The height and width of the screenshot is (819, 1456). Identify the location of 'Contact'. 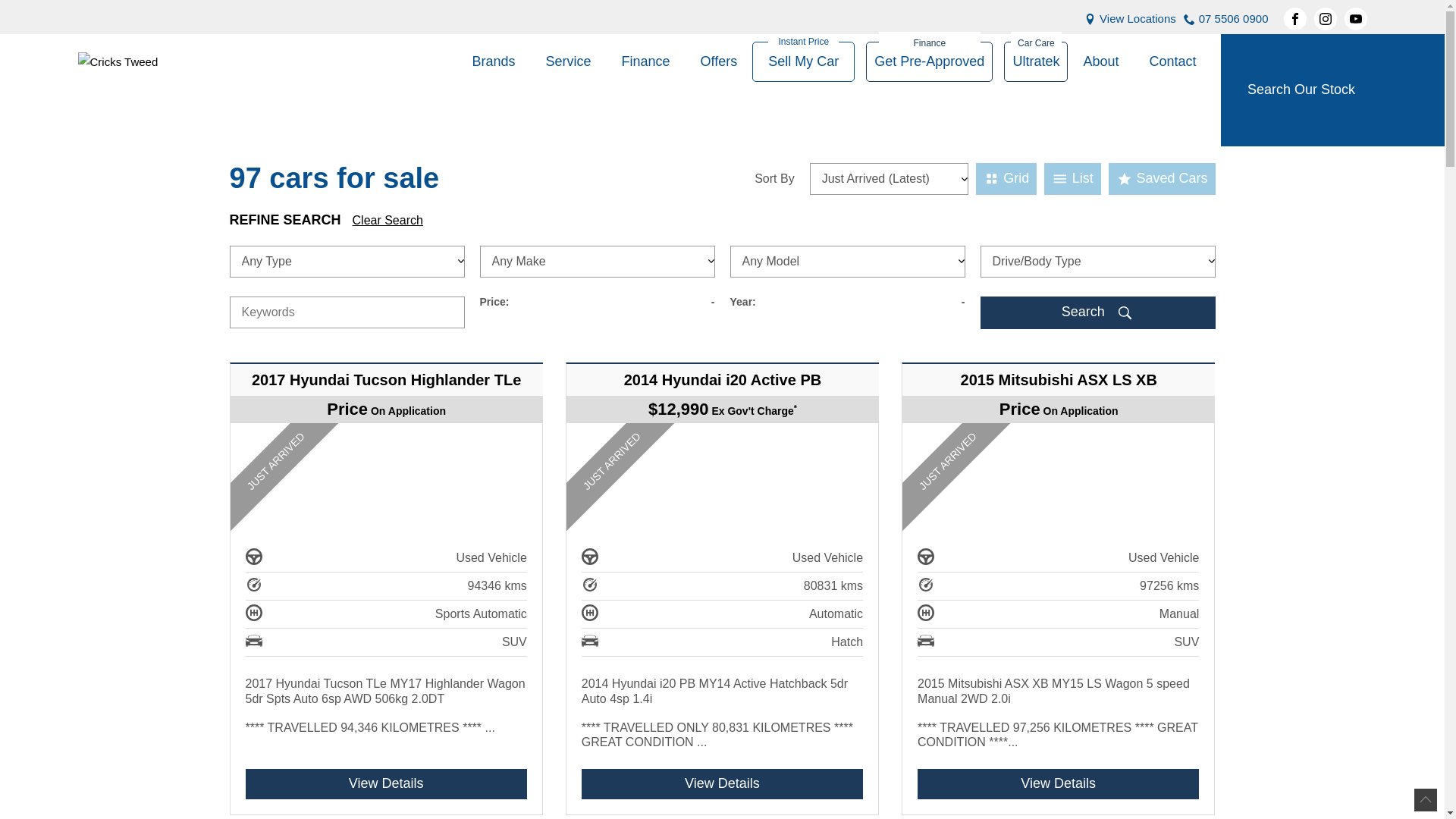
(1164, 61).